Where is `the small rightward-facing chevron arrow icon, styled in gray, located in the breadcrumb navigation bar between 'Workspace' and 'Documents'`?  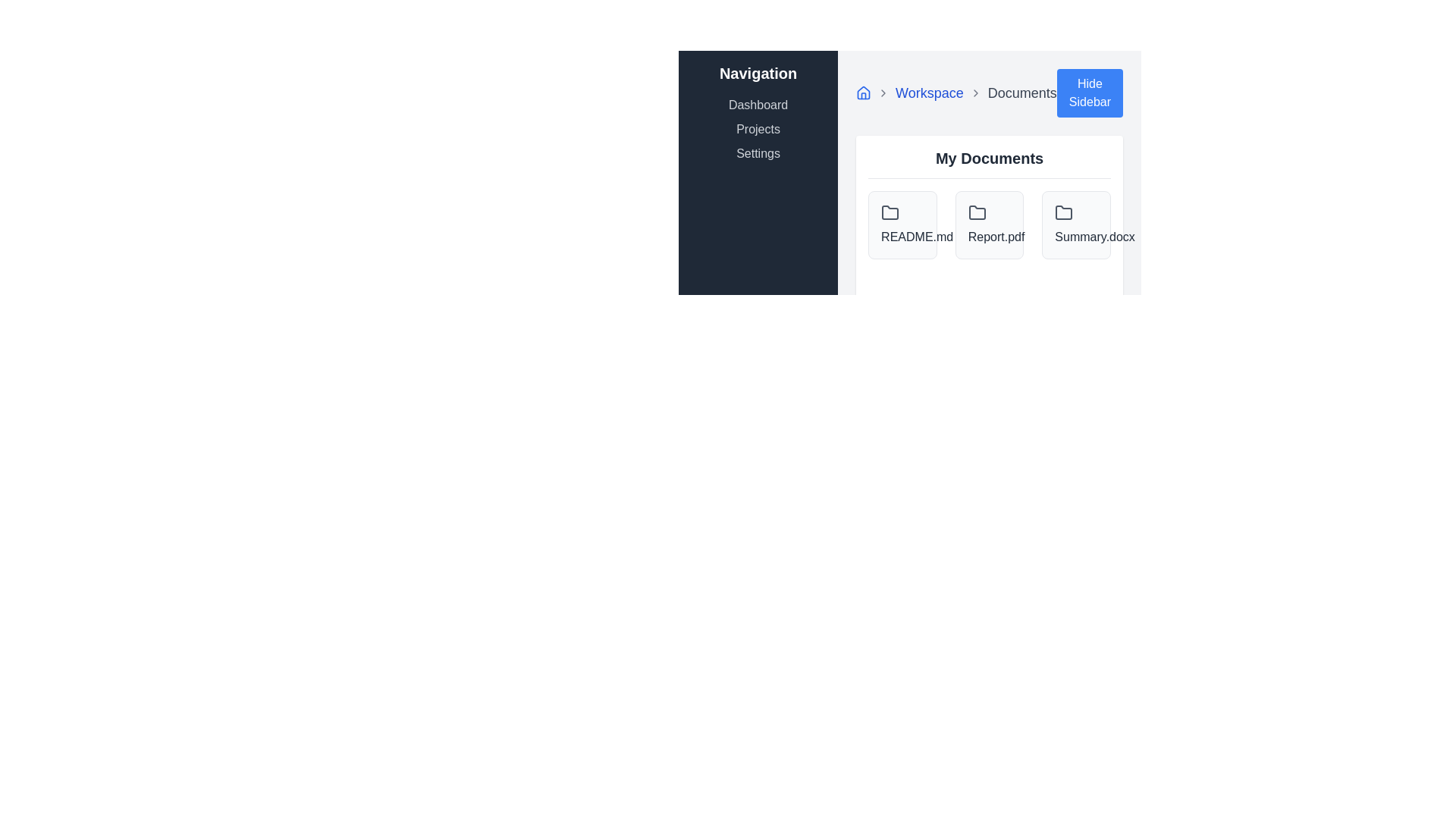
the small rightward-facing chevron arrow icon, styled in gray, located in the breadcrumb navigation bar between 'Workspace' and 'Documents' is located at coordinates (975, 93).